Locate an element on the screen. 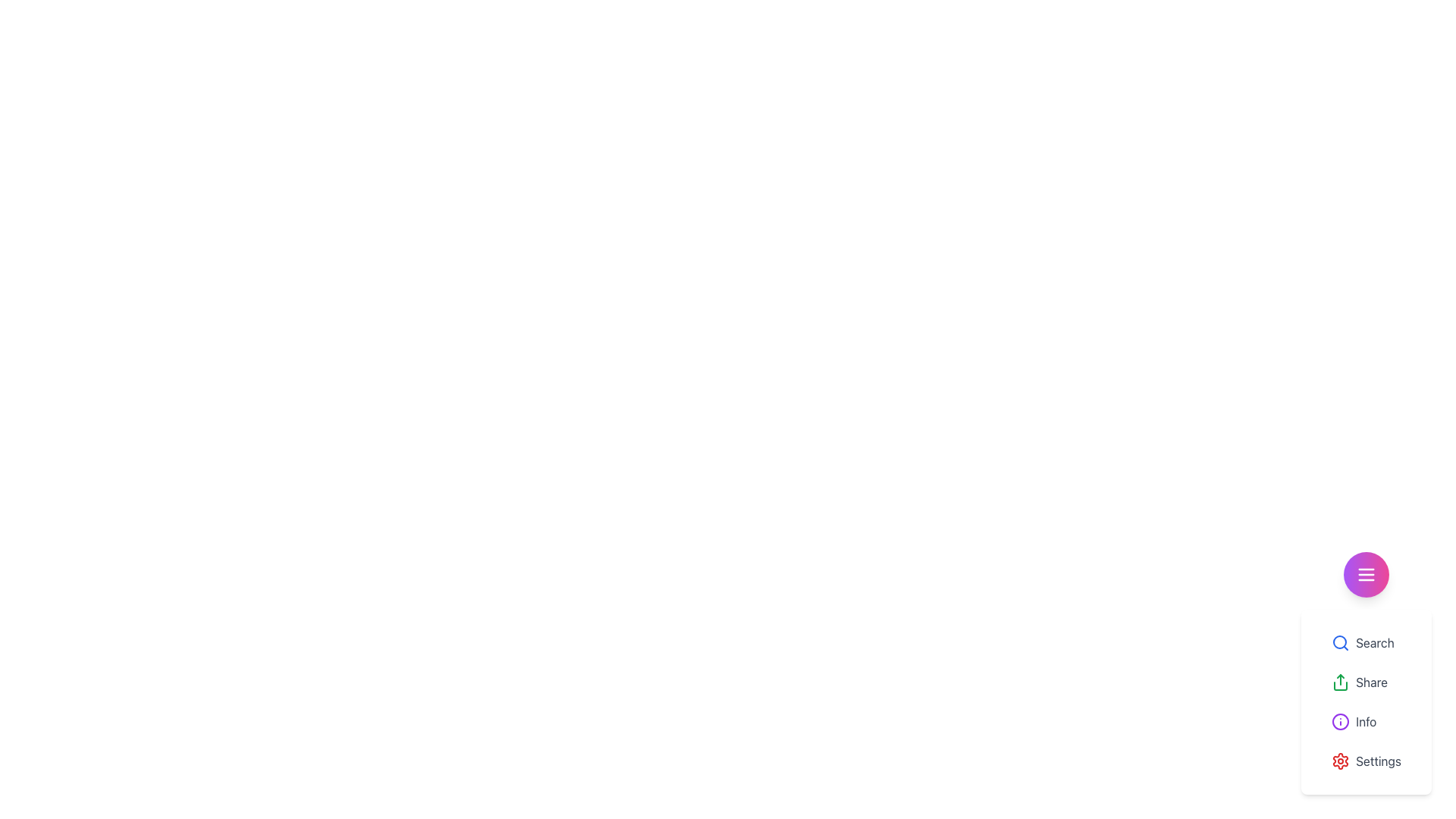  the 'Share' button located in the bottom-right of the interface is located at coordinates (1367, 701).